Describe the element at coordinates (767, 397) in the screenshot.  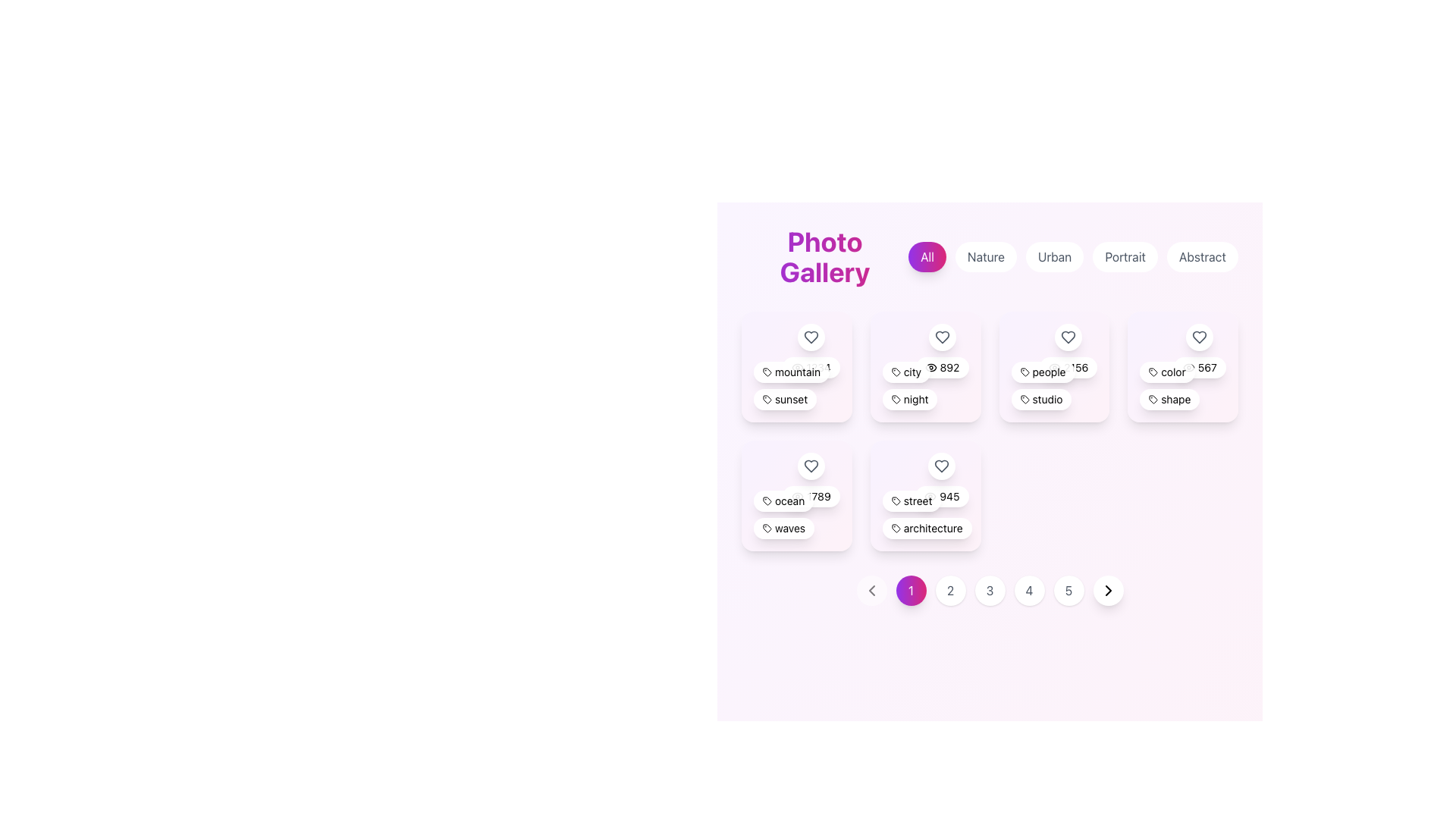
I see `decorative icon representing the 'tag' concept located to the left of the text label 'sunset' in the first card of the second row in the grid layout` at that location.